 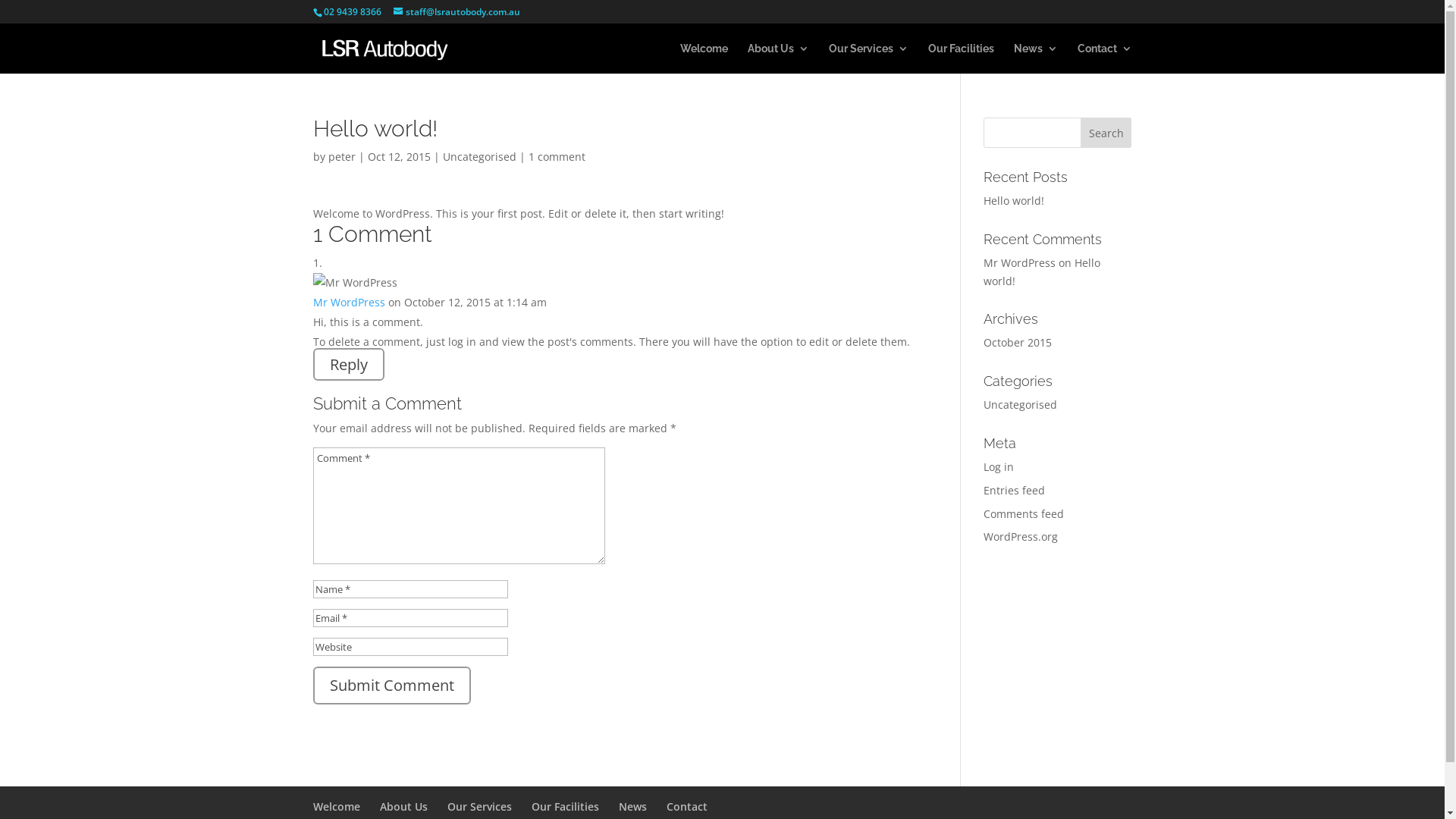 What do you see at coordinates (334, 805) in the screenshot?
I see `'Welcome'` at bounding box center [334, 805].